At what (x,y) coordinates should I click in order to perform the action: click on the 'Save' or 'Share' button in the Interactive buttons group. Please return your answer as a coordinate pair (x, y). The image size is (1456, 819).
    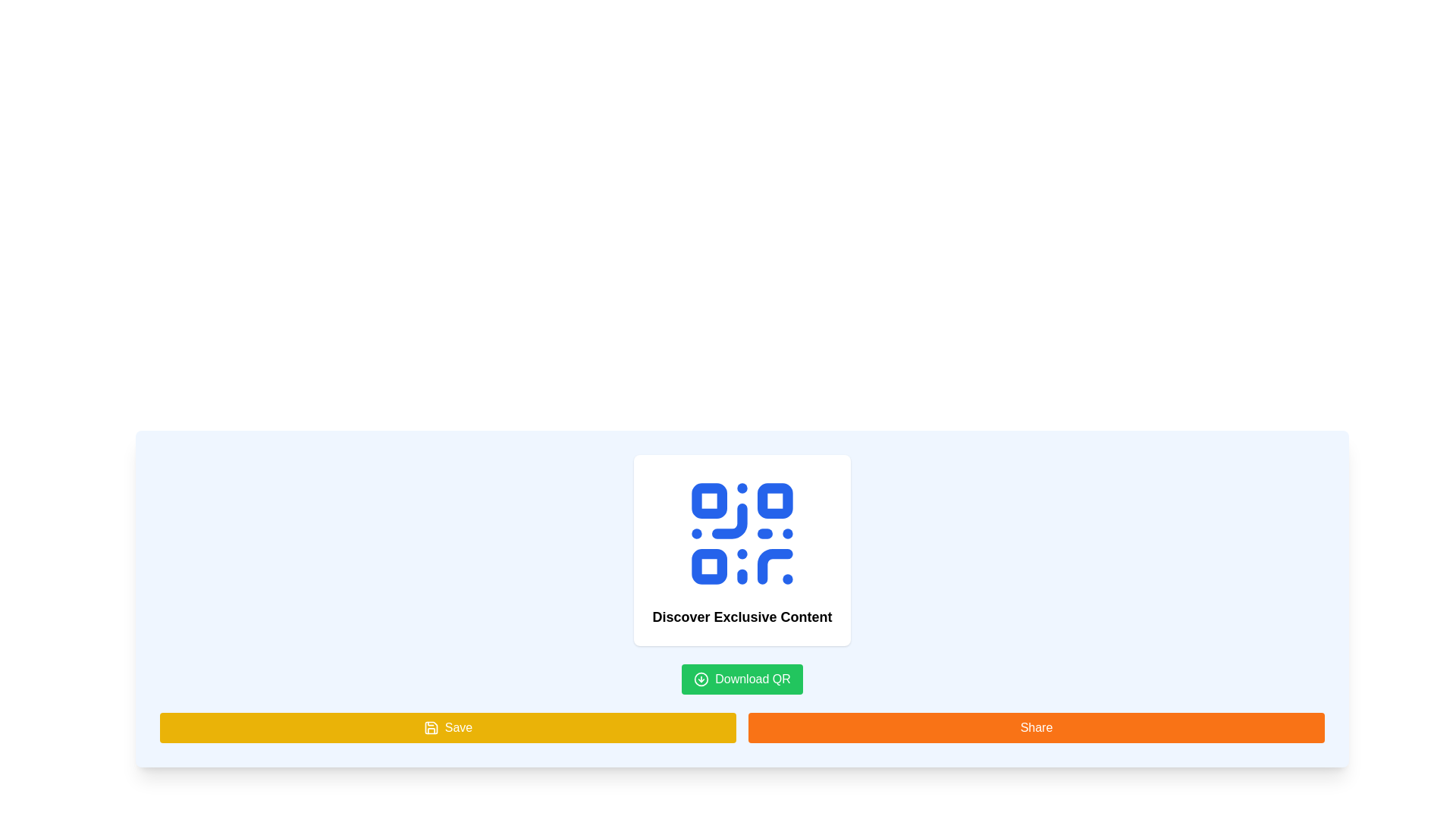
    Looking at the image, I should click on (742, 727).